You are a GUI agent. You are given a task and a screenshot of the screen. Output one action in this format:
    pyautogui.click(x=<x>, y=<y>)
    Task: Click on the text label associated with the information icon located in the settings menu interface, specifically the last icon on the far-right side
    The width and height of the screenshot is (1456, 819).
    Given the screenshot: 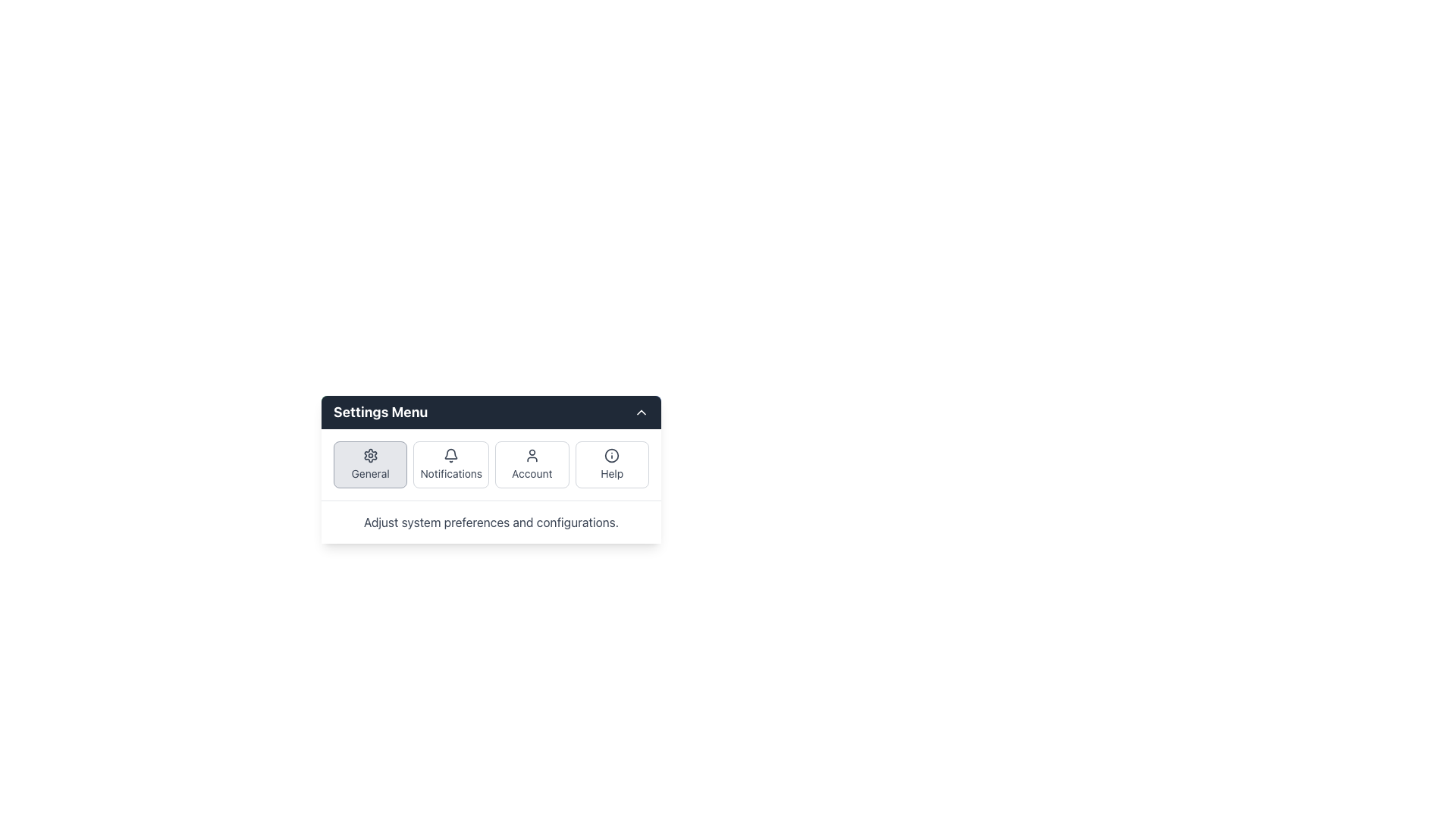 What is the action you would take?
    pyautogui.click(x=612, y=472)
    